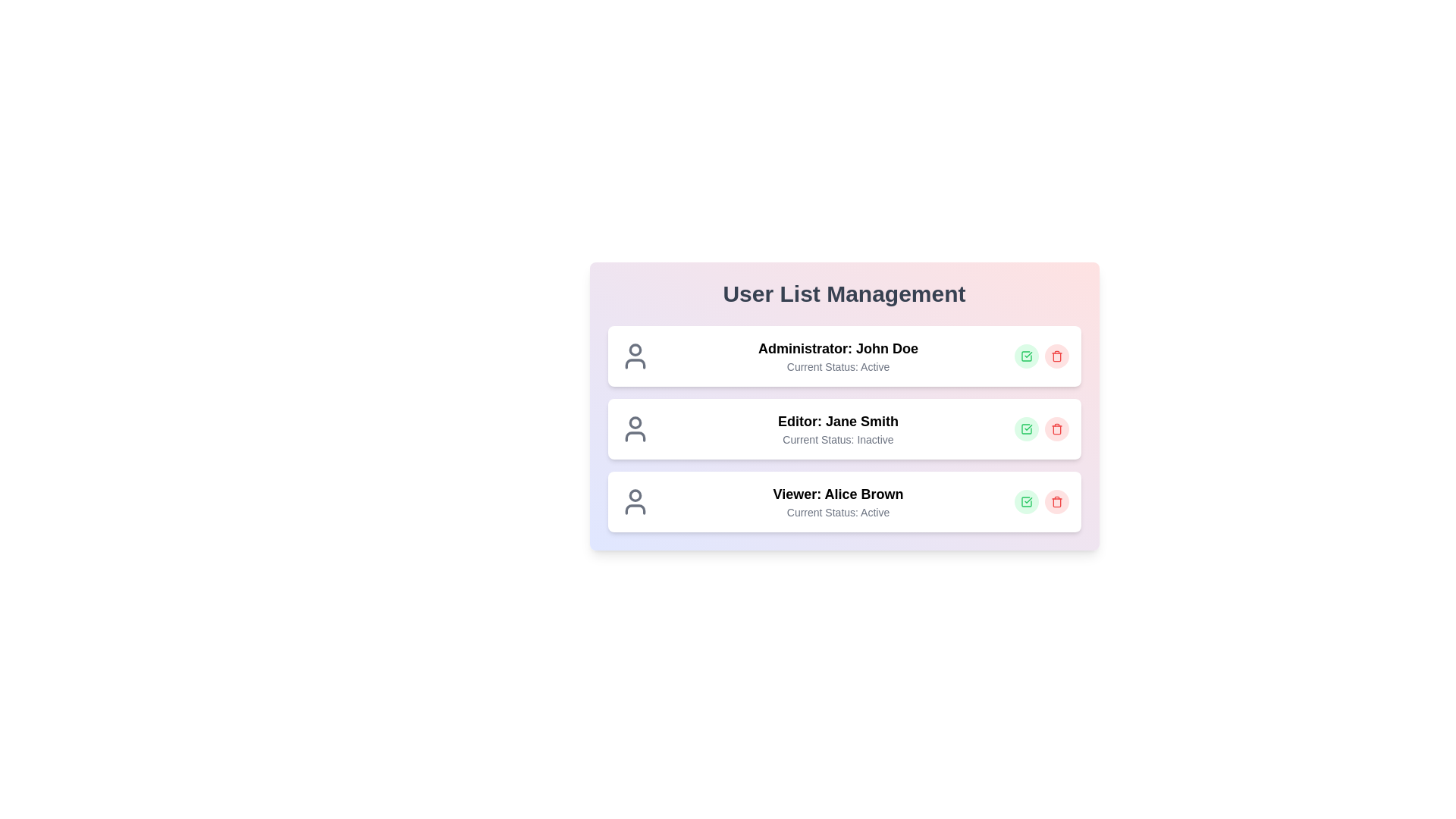  I want to click on the user icon representing the profile of 'Viewer: Alice Brown', so click(635, 502).